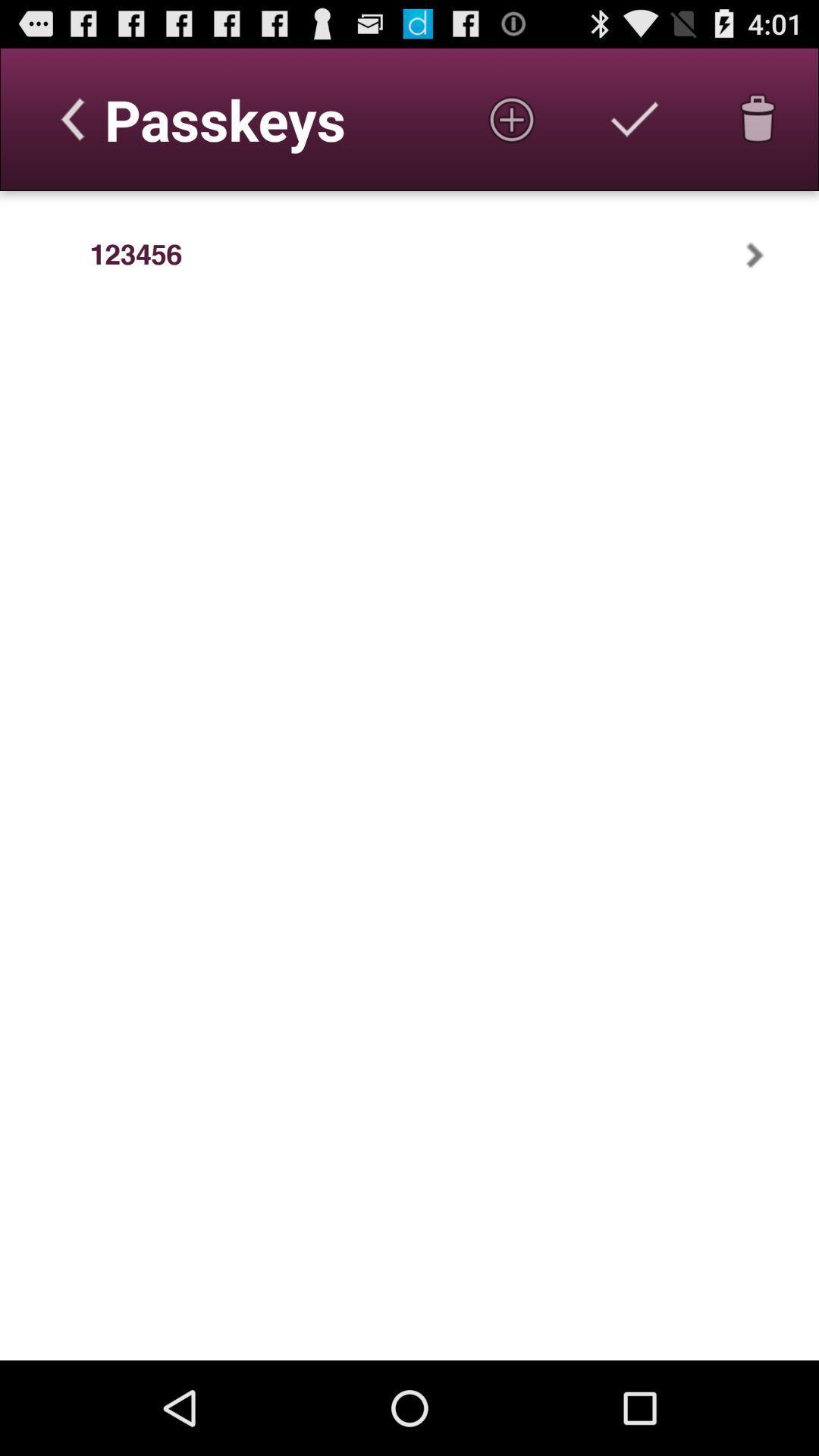  What do you see at coordinates (758, 118) in the screenshot?
I see `delete button` at bounding box center [758, 118].